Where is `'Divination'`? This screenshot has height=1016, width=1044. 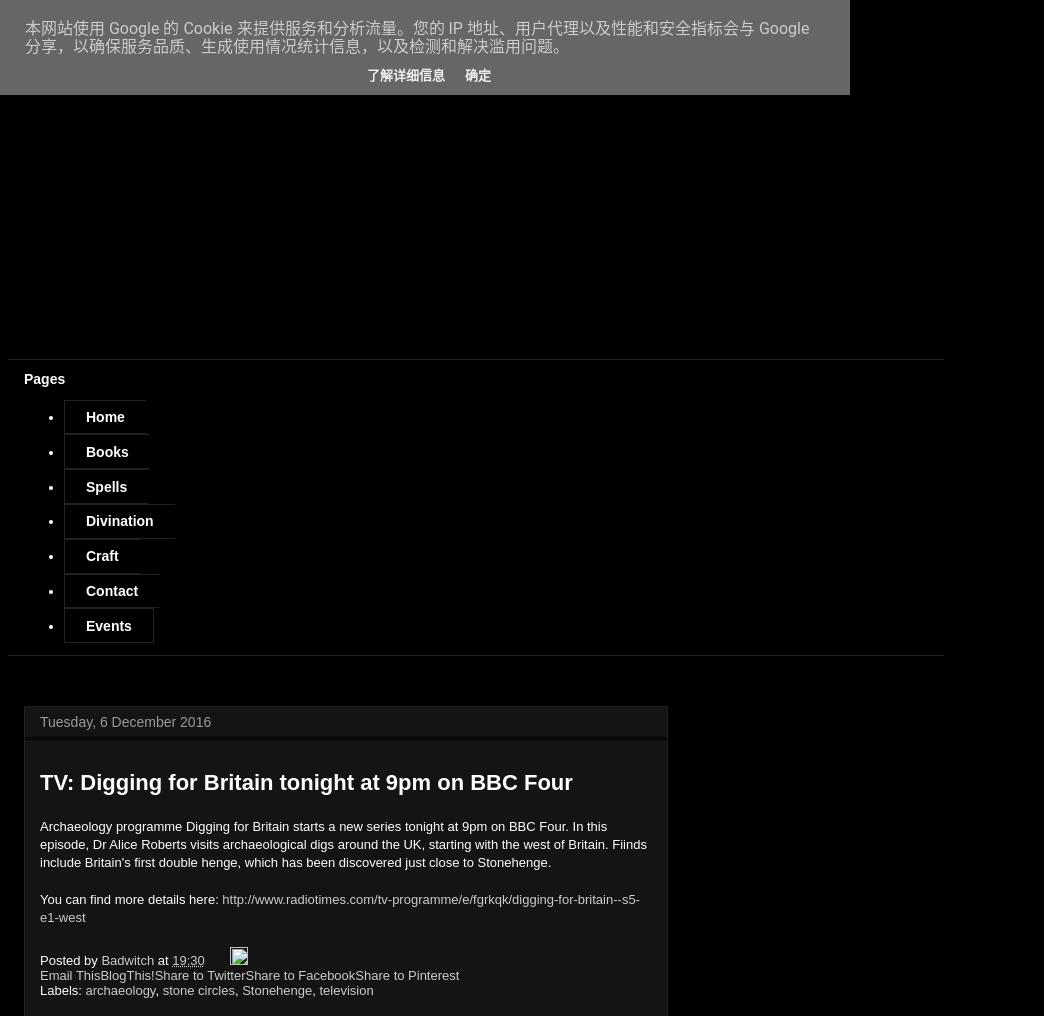 'Divination' is located at coordinates (119, 520).